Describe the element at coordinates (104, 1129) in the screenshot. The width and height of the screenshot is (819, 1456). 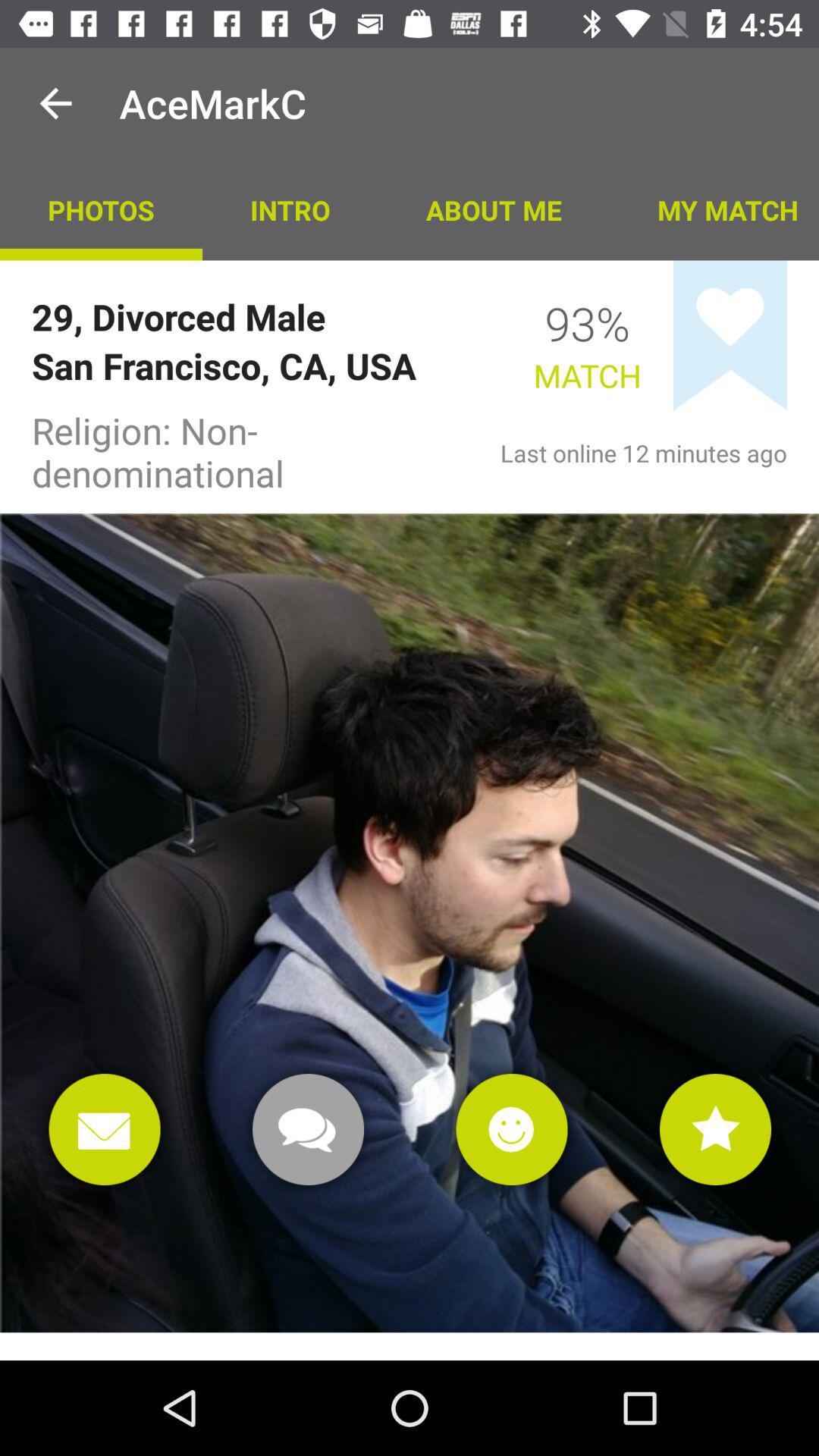
I see `open box to write message or check email` at that location.